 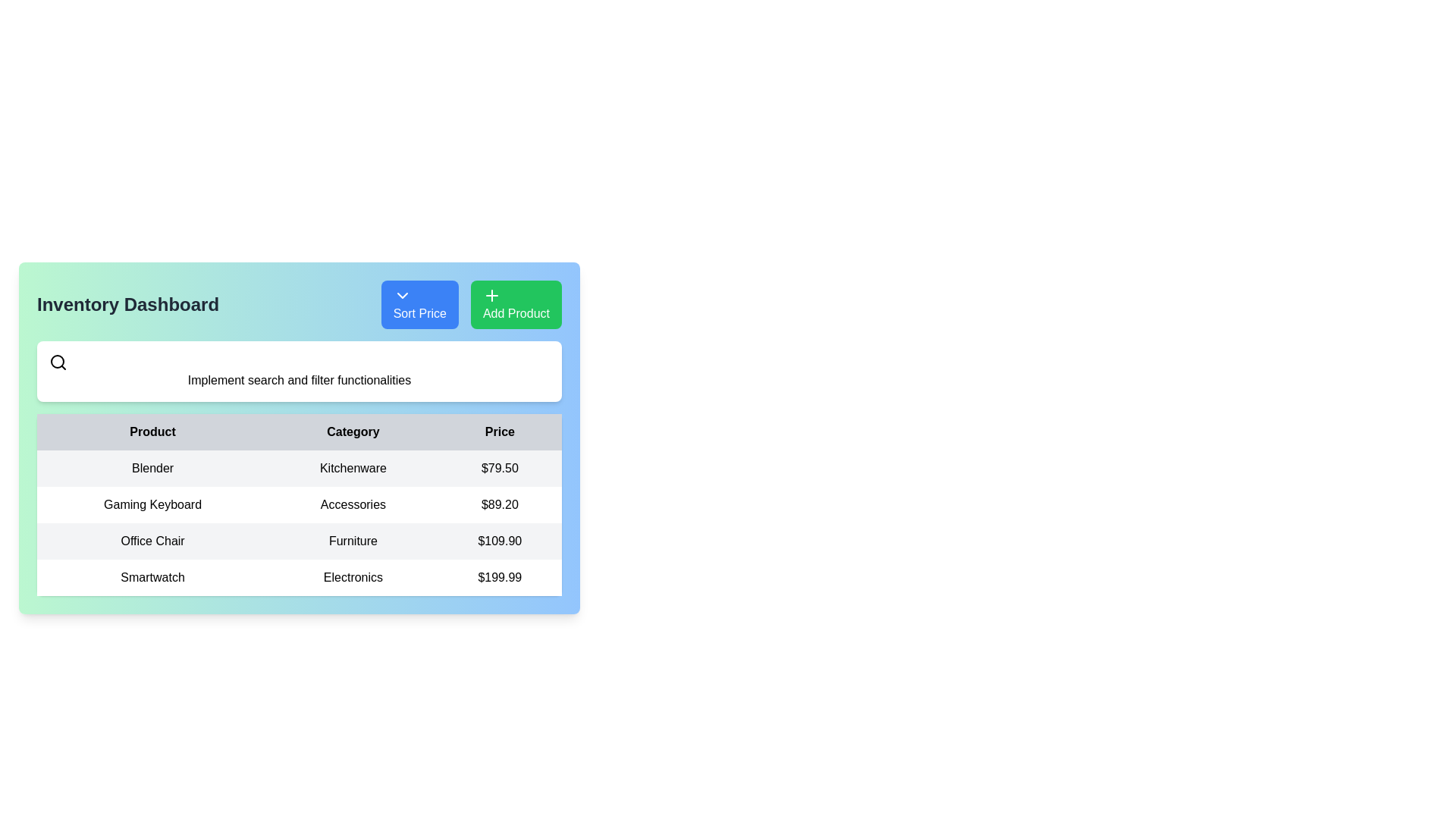 What do you see at coordinates (352, 578) in the screenshot?
I see `text from the 'Electronics' category label located in the 'Category' column of the product table, positioned between 'Smartwatch' and '$199.99'` at bounding box center [352, 578].